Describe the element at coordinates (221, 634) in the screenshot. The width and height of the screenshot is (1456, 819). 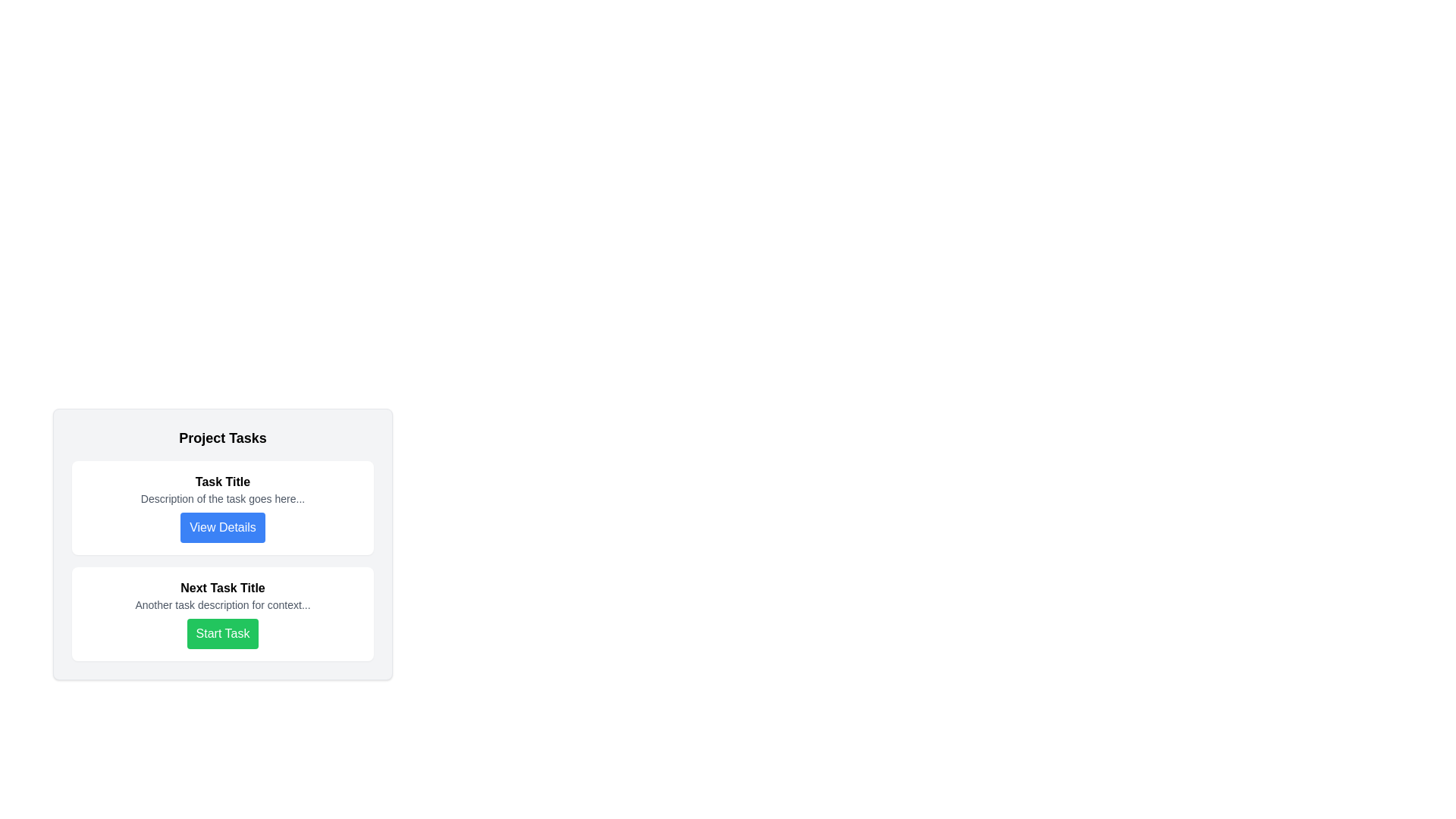
I see `the 'Start Task' button located at the bottom of the task card labeled 'Next Task Title'` at that location.